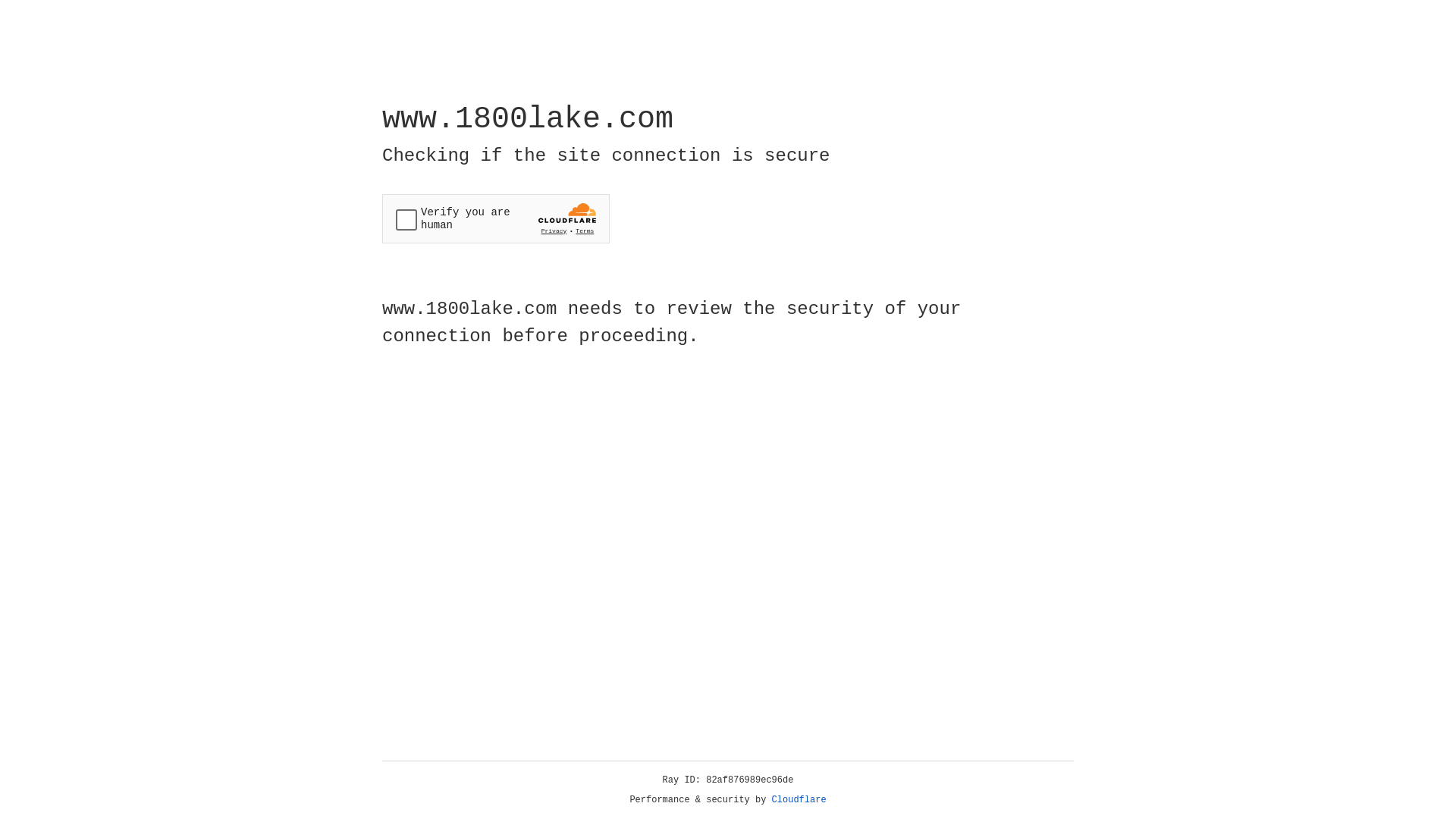 The width and height of the screenshot is (1456, 819). I want to click on 'Cloudflare', so click(799, 799).